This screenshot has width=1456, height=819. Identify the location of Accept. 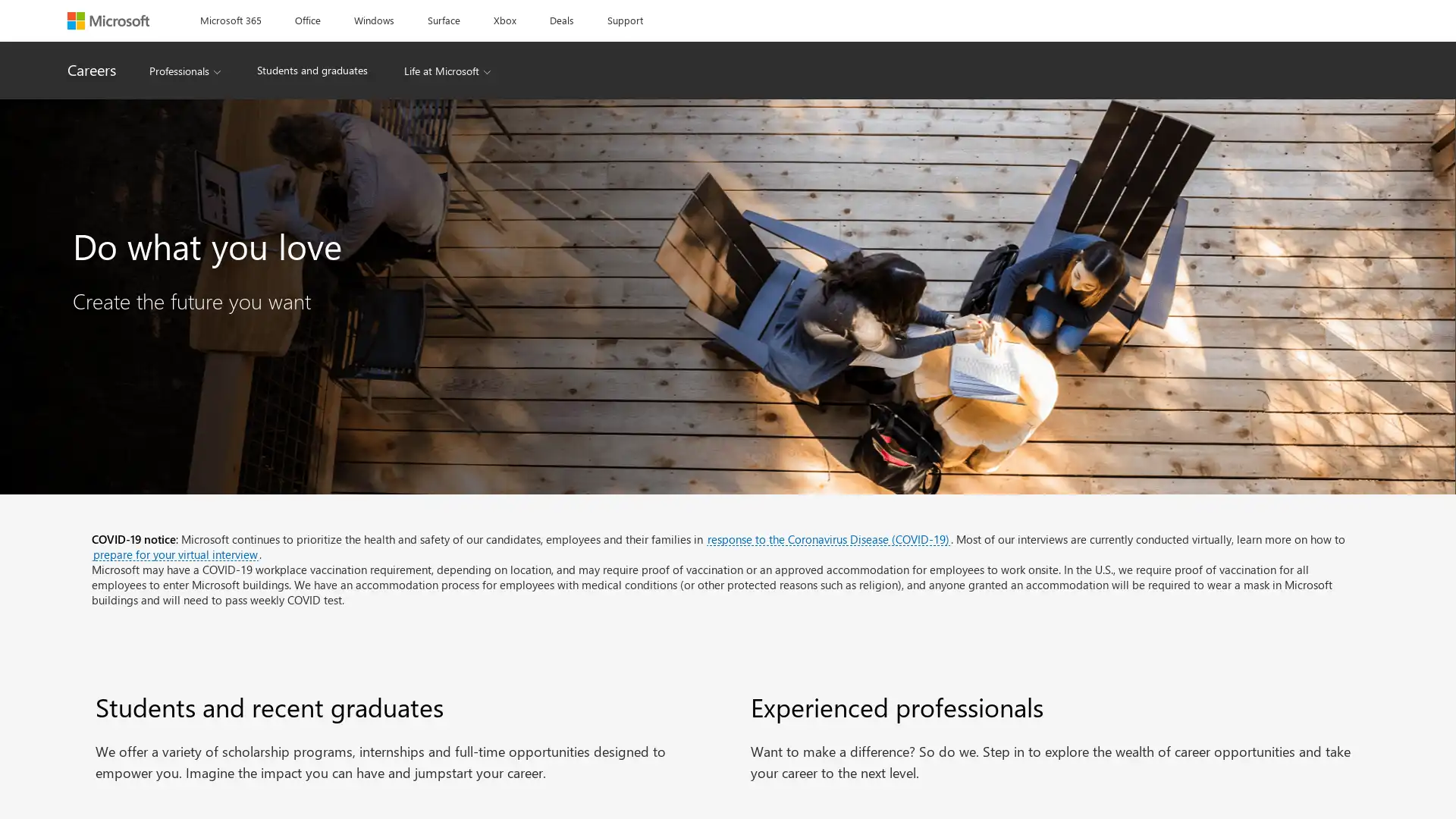
(1147, 34).